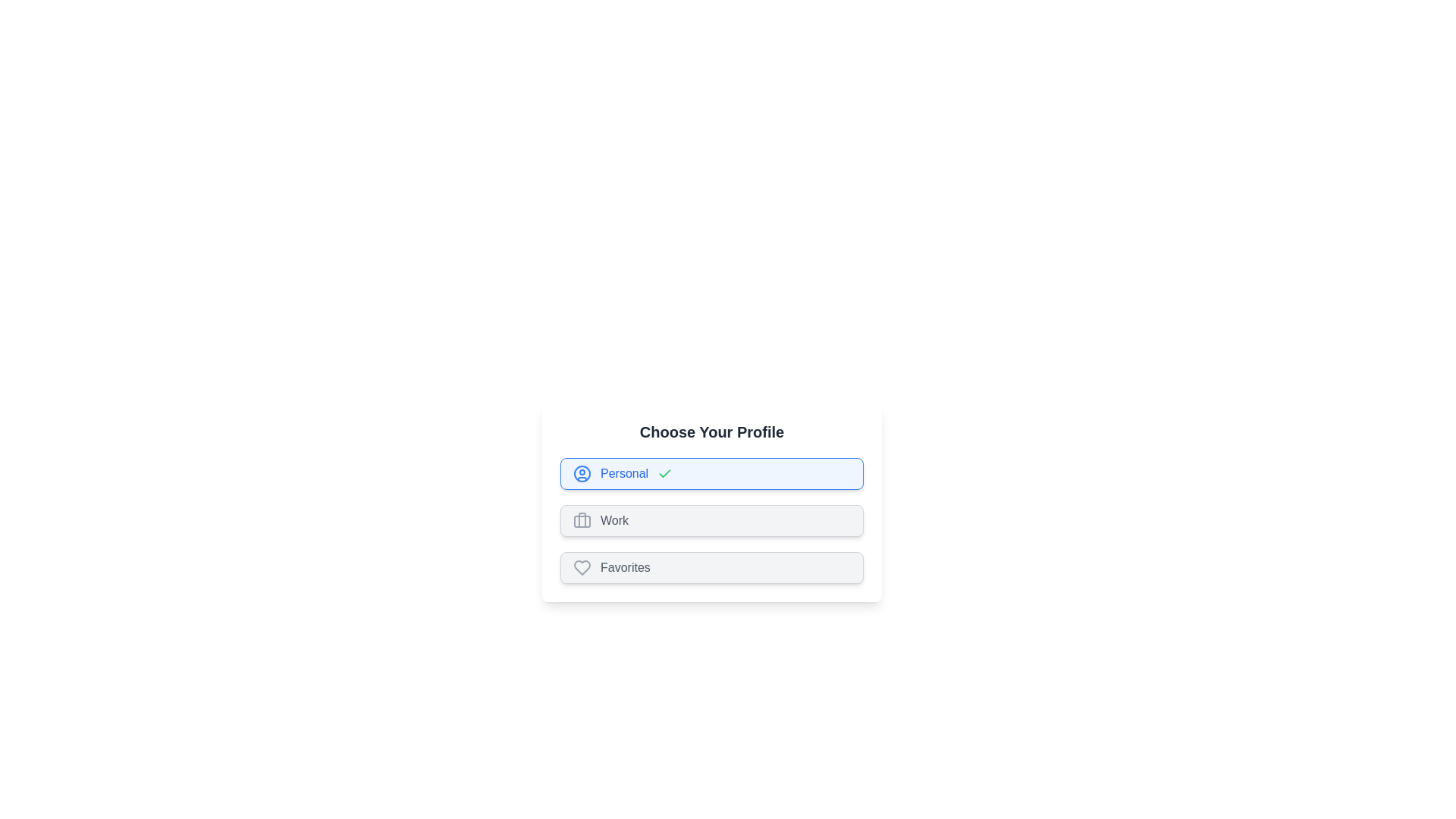  What do you see at coordinates (582, 567) in the screenshot?
I see `the icon of the Favorites profile chip` at bounding box center [582, 567].